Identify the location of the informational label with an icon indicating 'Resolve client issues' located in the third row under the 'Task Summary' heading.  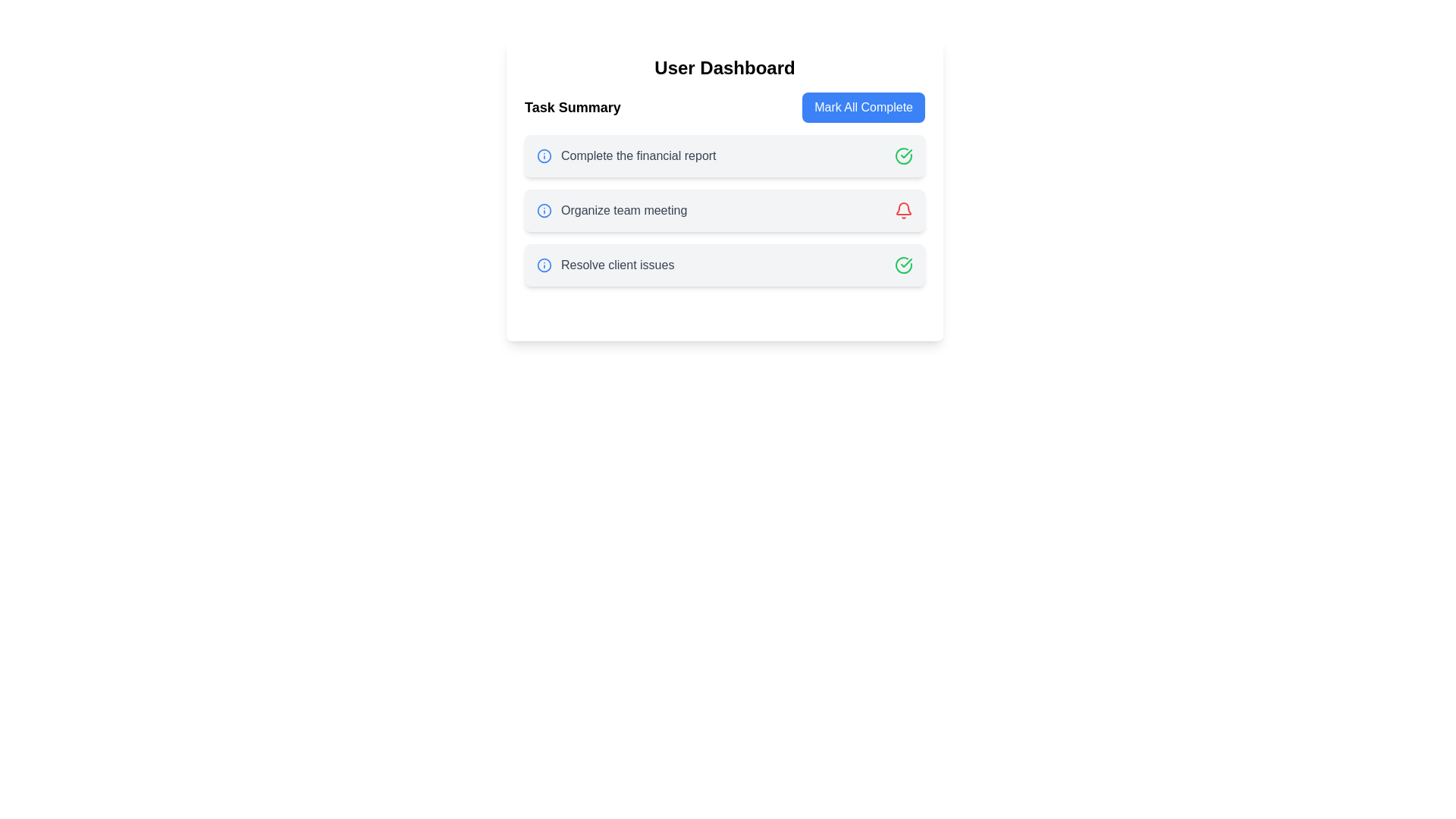
(604, 265).